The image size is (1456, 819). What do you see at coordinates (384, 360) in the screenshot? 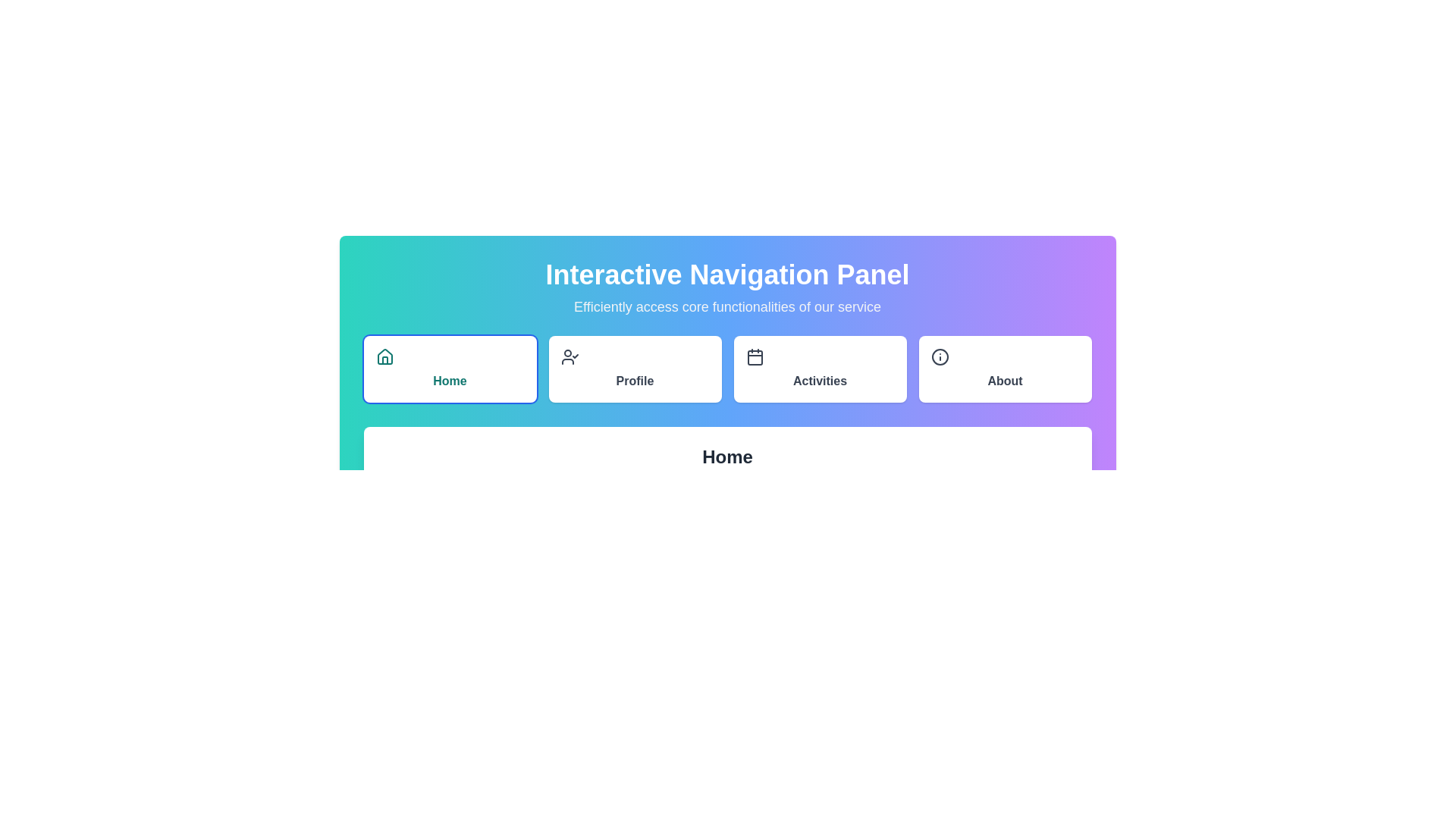
I see `the house icon located at the center of the 'Home' button in the navigation panel, which features a minimalist design with a rectangular base and pointed roof` at bounding box center [384, 360].